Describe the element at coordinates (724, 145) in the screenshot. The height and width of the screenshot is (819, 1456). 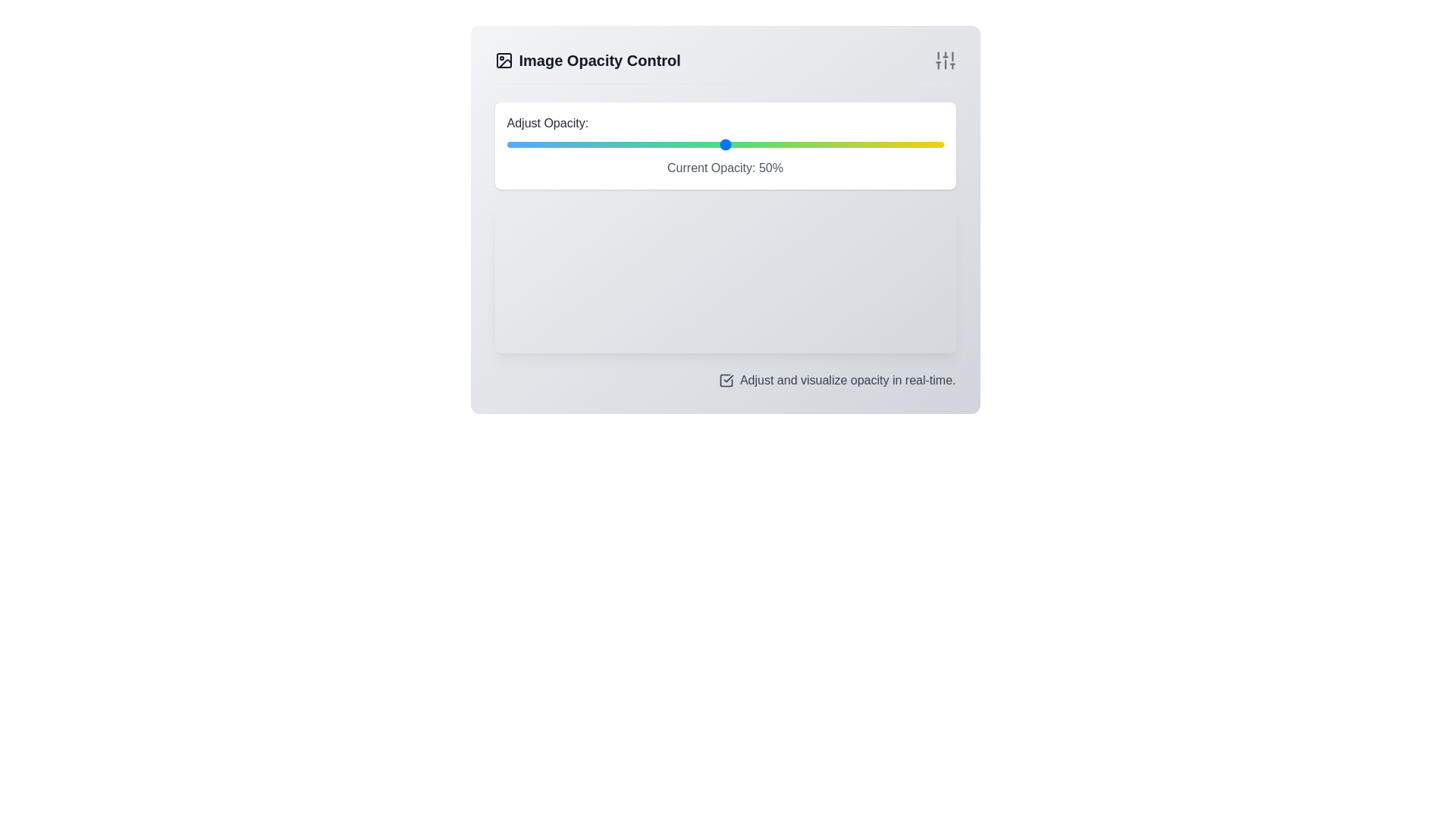
I see `the circular knob of the horizontal range slider input, located below the label 'Adjust Opacity:' and above the text display 'Current Opacity: 50%'` at that location.